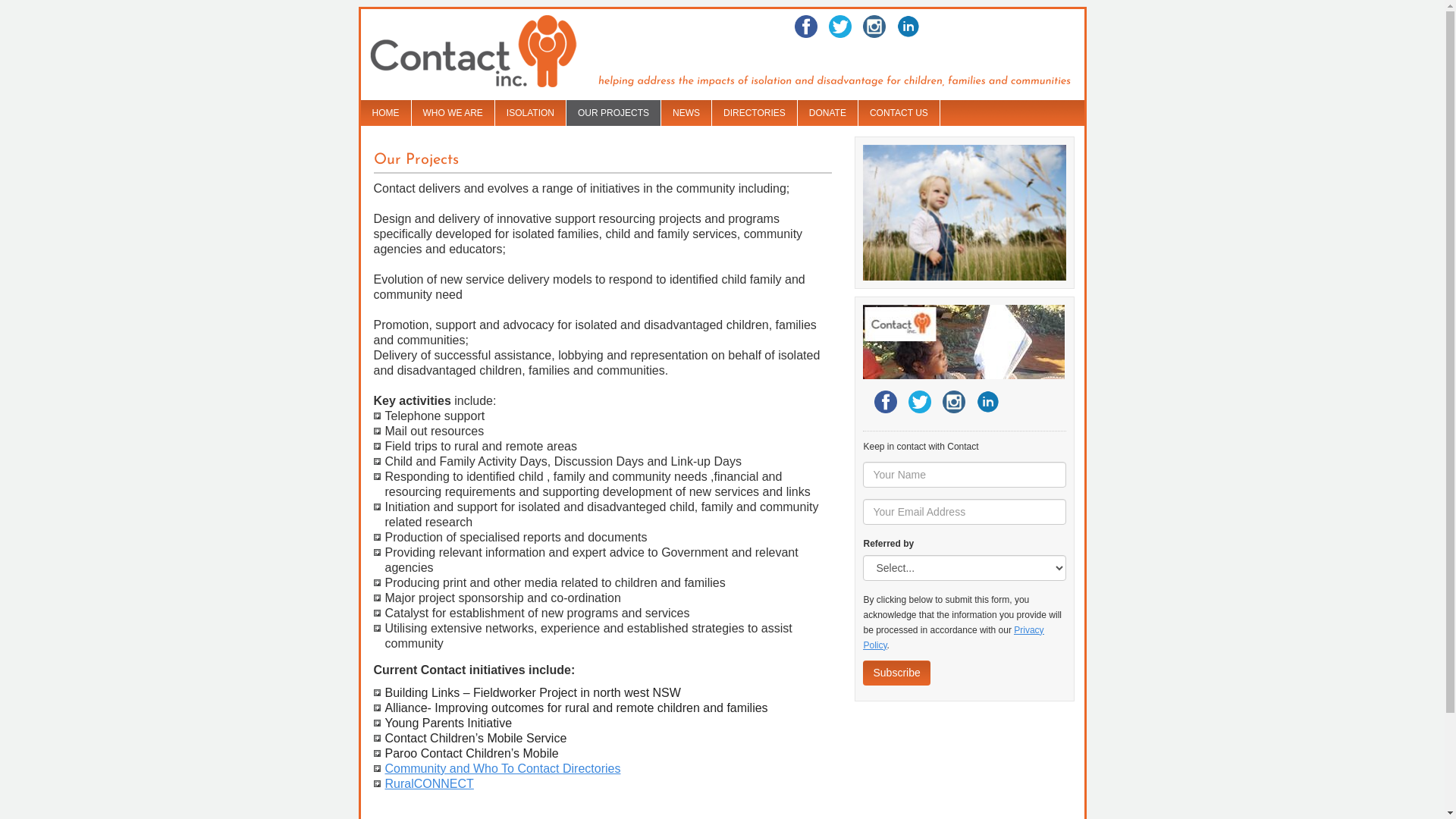  Describe the element at coordinates (530, 112) in the screenshot. I see `'ISOLATION'` at that location.